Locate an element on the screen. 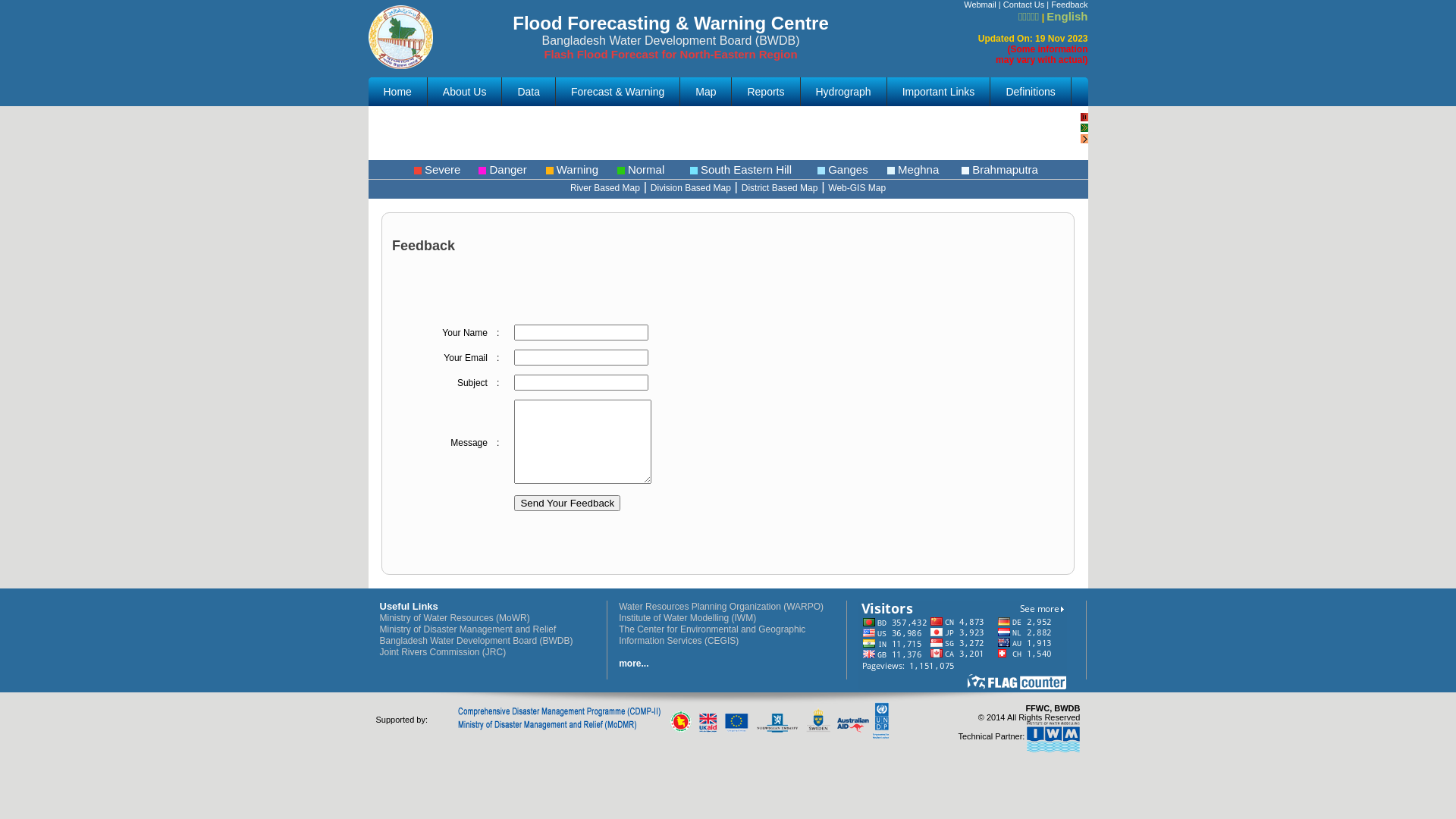 The image size is (1456, 819). 'Feedback' is located at coordinates (1050, 5).